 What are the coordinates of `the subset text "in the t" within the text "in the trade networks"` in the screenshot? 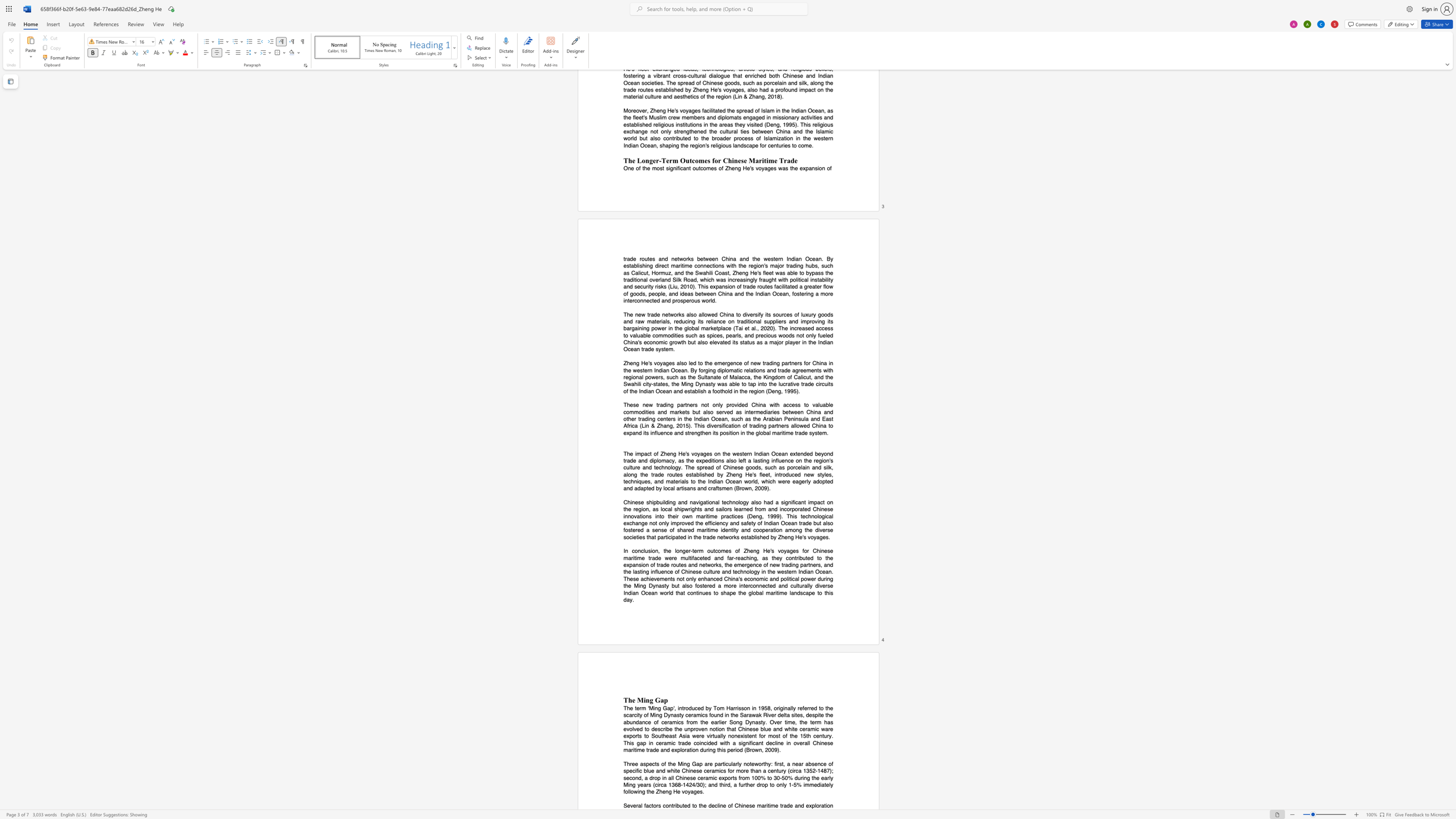 It's located at (687, 536).